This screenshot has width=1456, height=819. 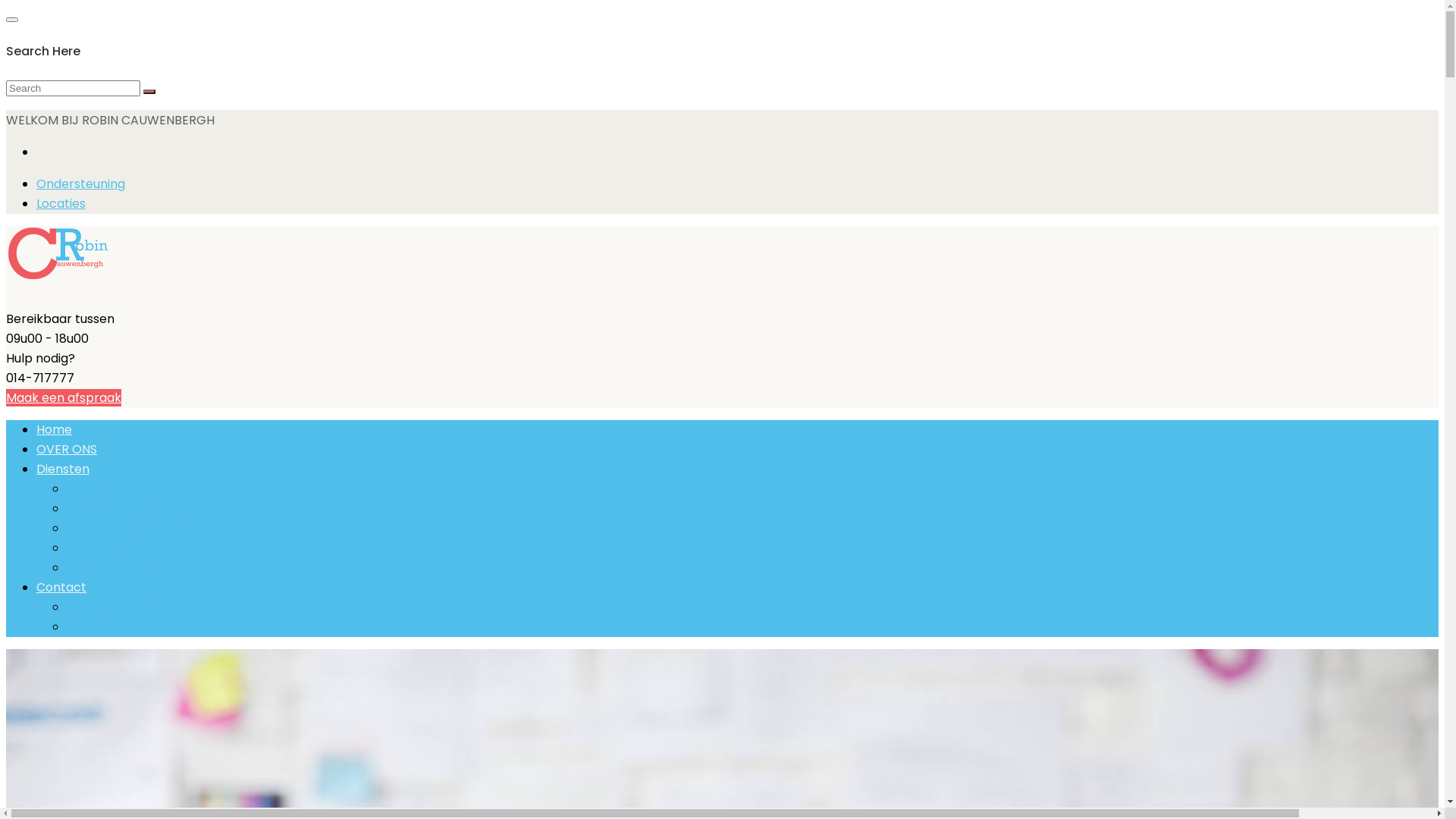 I want to click on 'Maak een afspraak', so click(x=62, y=397).